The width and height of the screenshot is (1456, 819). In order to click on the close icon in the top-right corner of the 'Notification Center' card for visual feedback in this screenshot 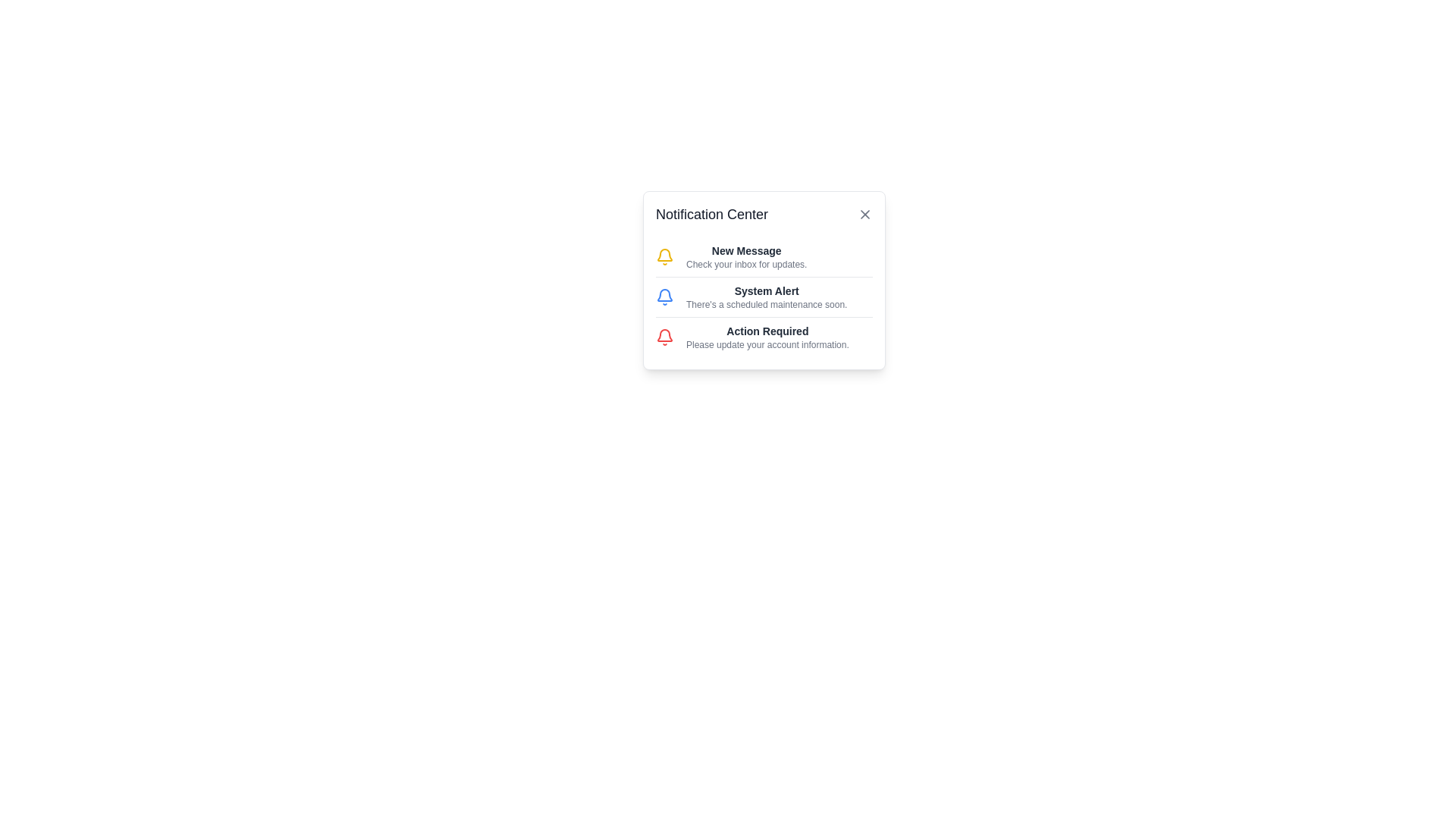, I will do `click(865, 214)`.